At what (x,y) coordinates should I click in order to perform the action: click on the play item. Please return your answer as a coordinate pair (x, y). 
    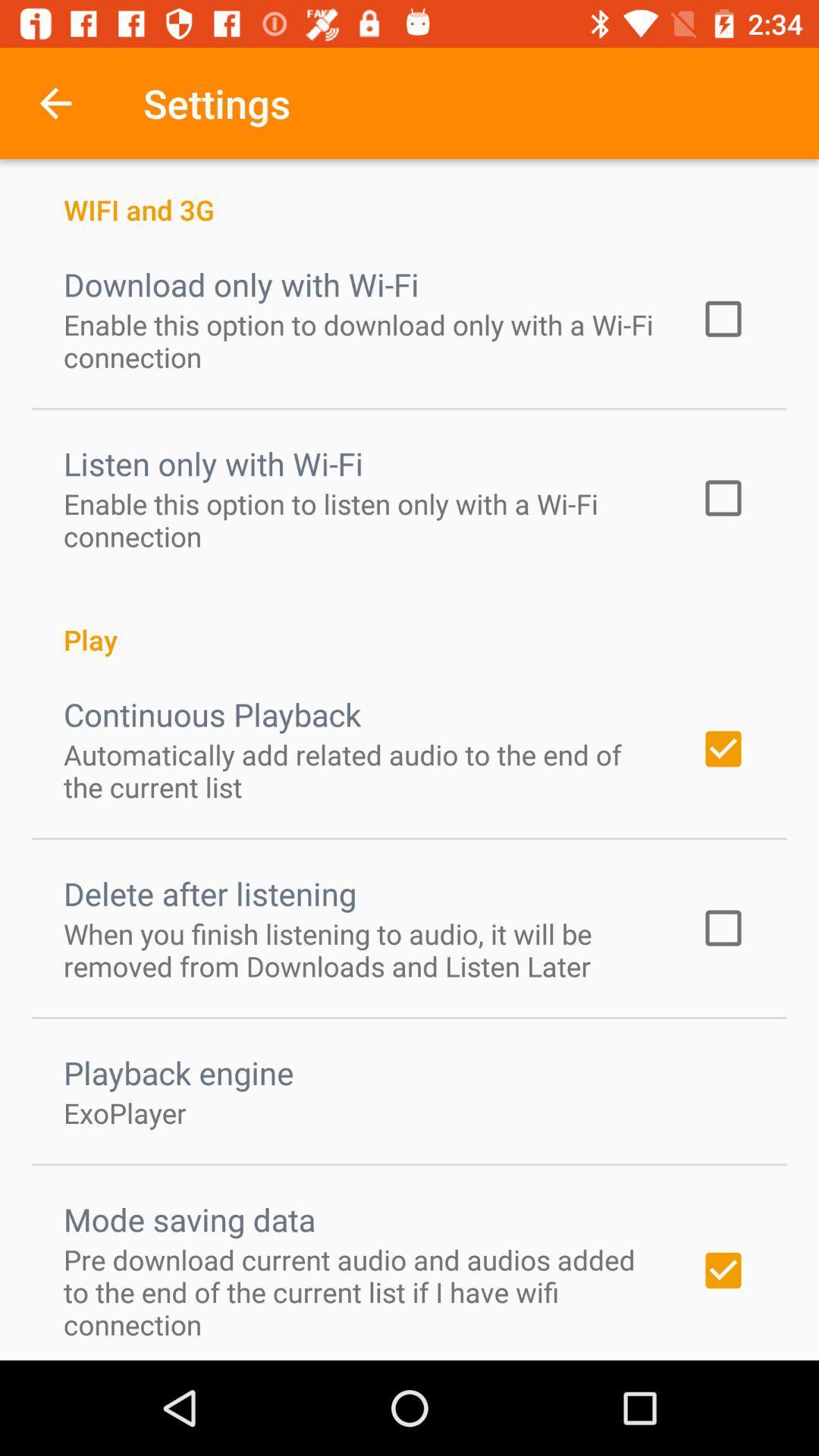
    Looking at the image, I should click on (409, 623).